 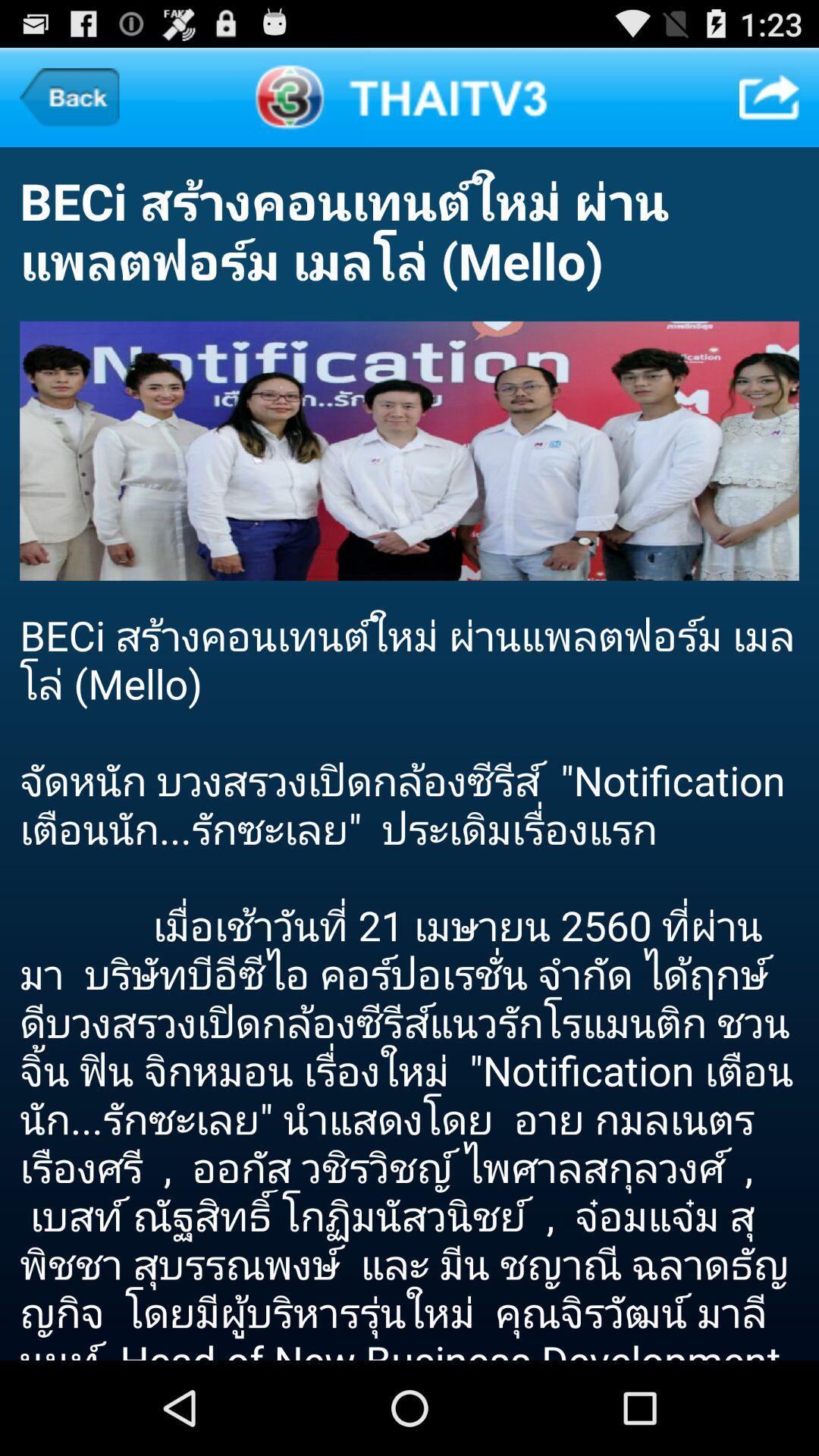 What do you see at coordinates (69, 96) in the screenshot?
I see `item at the top left corner` at bounding box center [69, 96].